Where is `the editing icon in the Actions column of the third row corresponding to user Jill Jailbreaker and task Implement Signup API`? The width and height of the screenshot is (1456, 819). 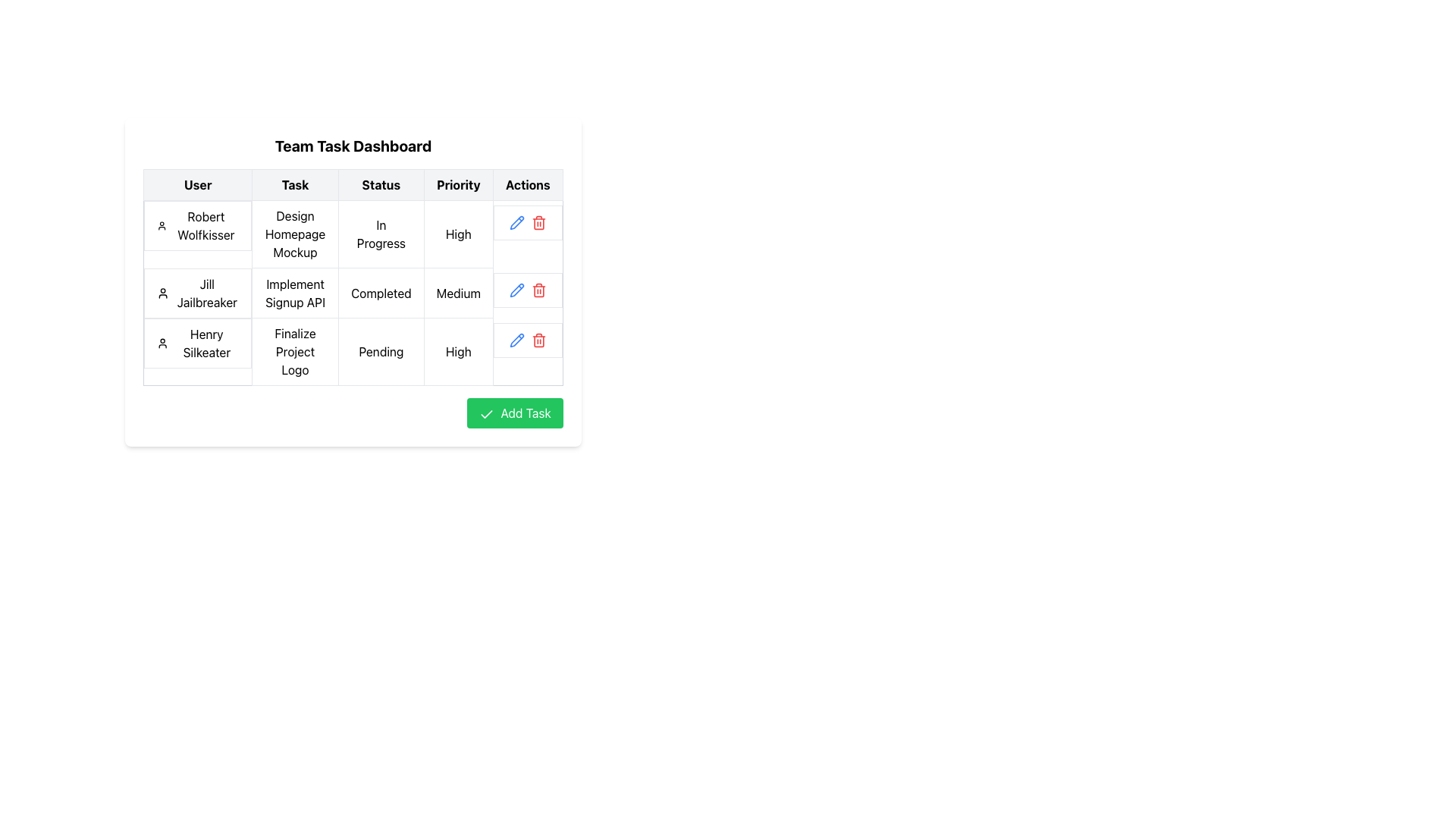 the editing icon in the Actions column of the third row corresponding to user Jill Jailbreaker and task Implement Signup API is located at coordinates (517, 339).